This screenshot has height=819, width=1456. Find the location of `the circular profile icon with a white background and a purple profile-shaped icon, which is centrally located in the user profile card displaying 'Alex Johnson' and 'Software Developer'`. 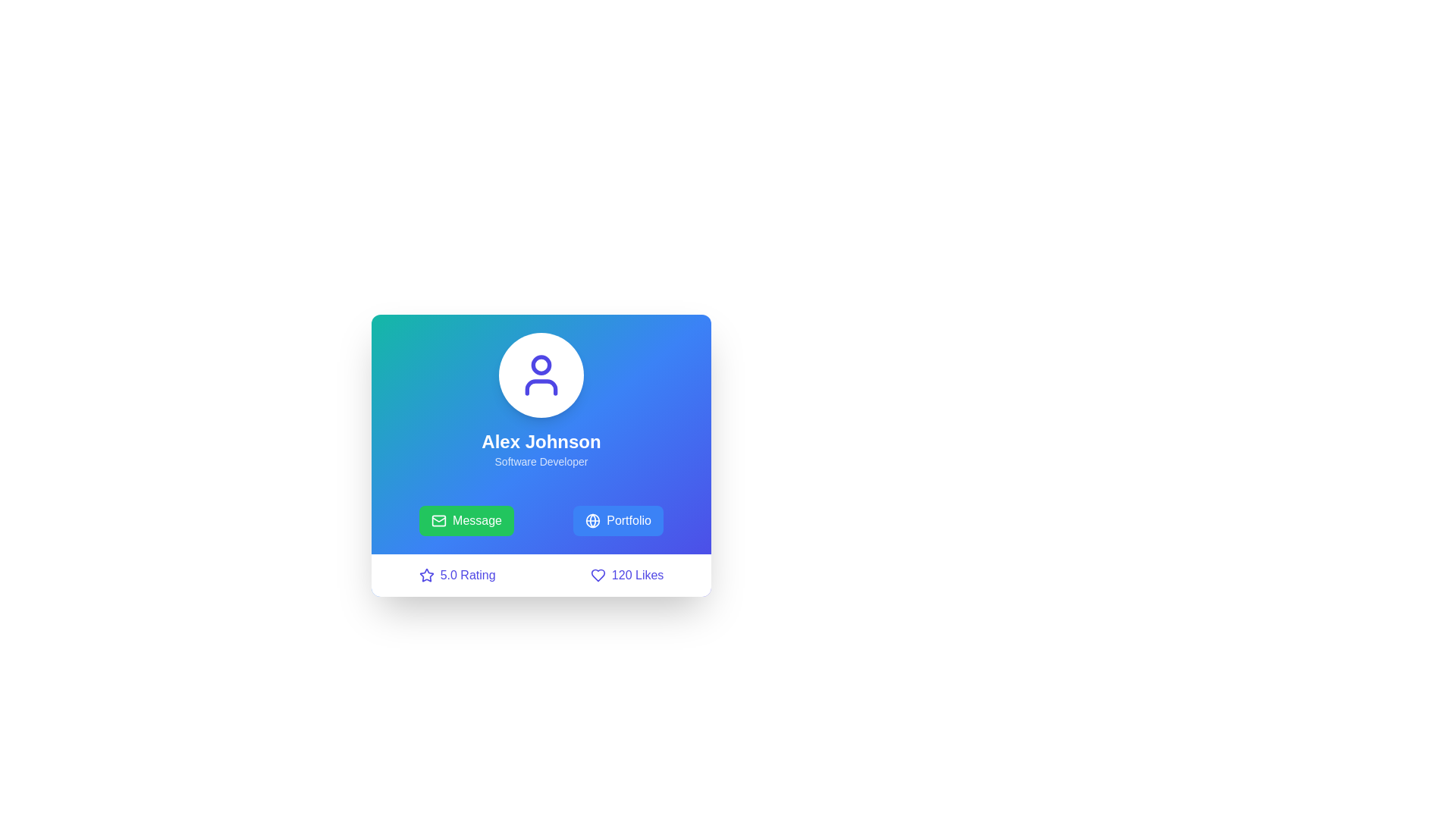

the circular profile icon with a white background and a purple profile-shaped icon, which is centrally located in the user profile card displaying 'Alex Johnson' and 'Software Developer' is located at coordinates (541, 375).